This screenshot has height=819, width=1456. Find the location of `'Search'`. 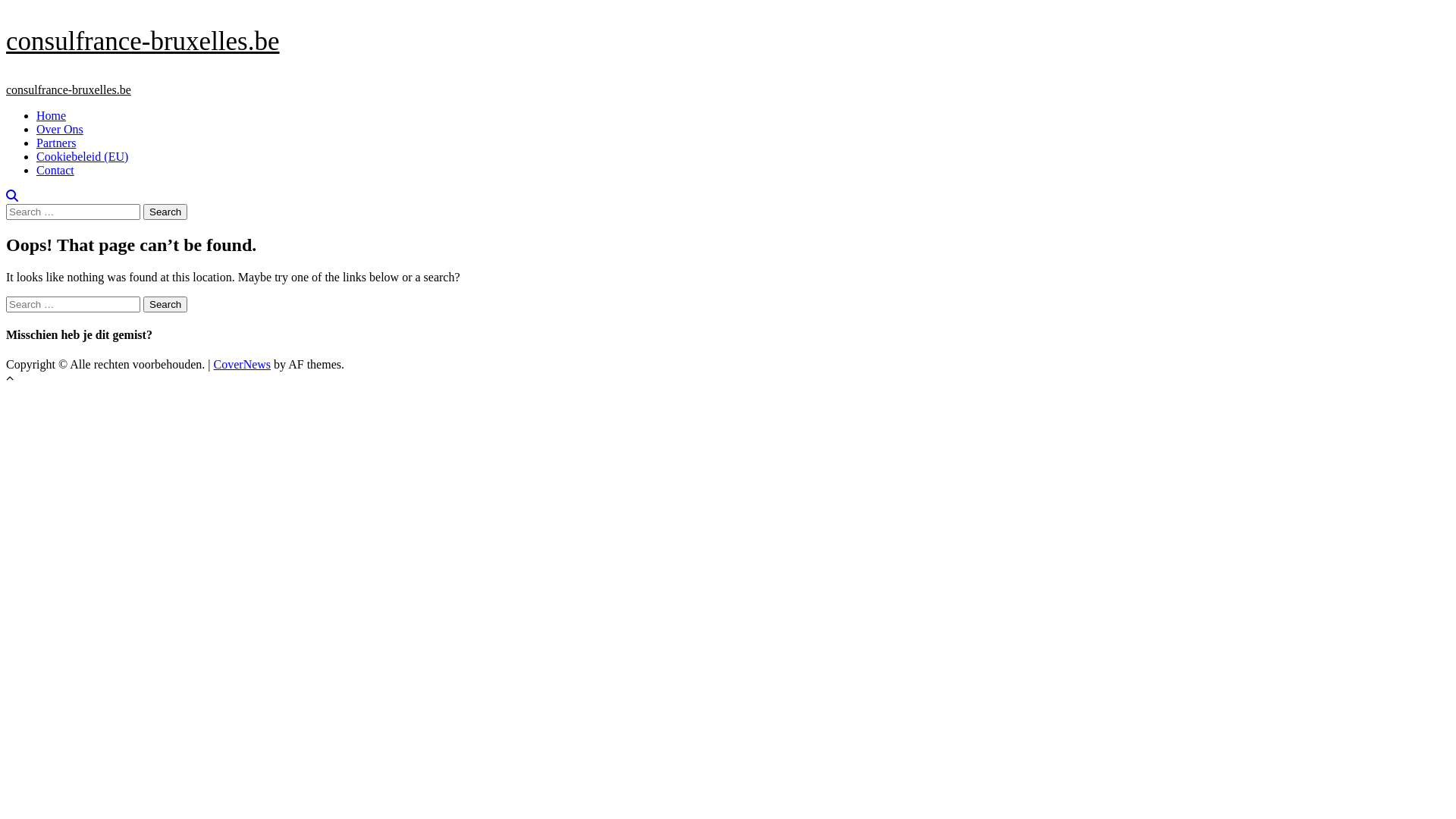

'Search' is located at coordinates (165, 212).